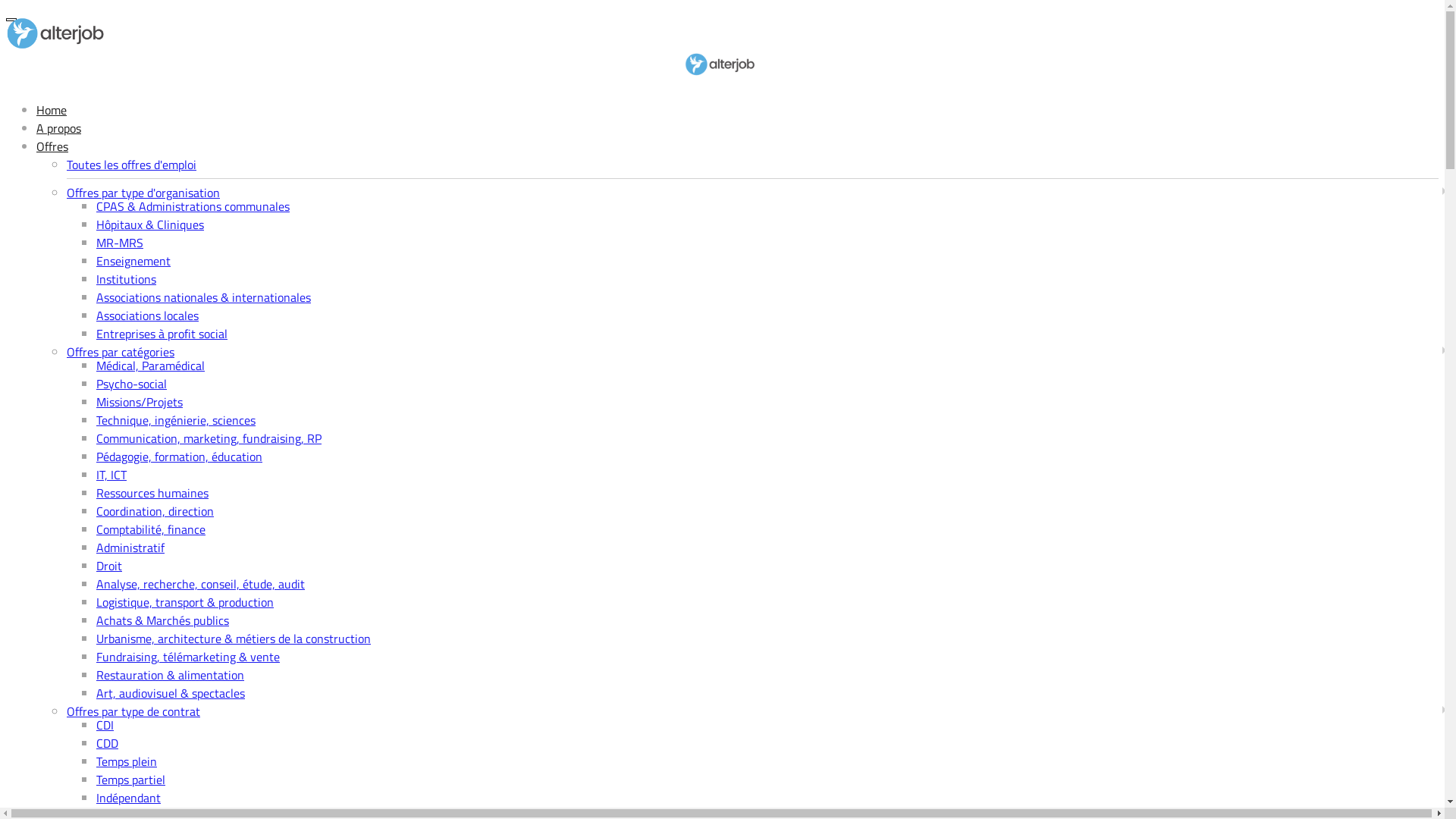 The height and width of the screenshot is (819, 1456). What do you see at coordinates (133, 711) in the screenshot?
I see `'Offres par type de contrat'` at bounding box center [133, 711].